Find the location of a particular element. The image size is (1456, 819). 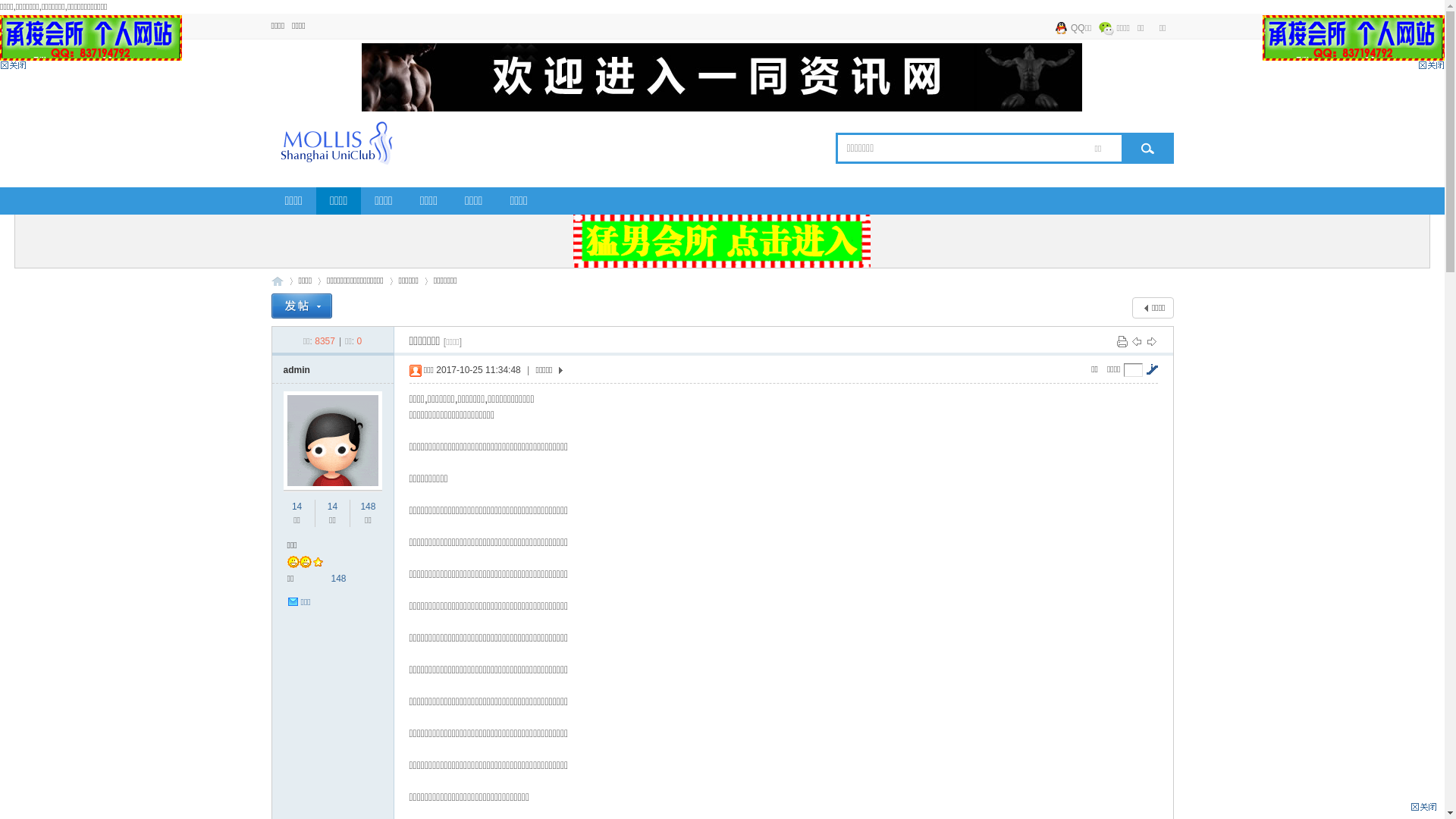

'148' is located at coordinates (330, 579).